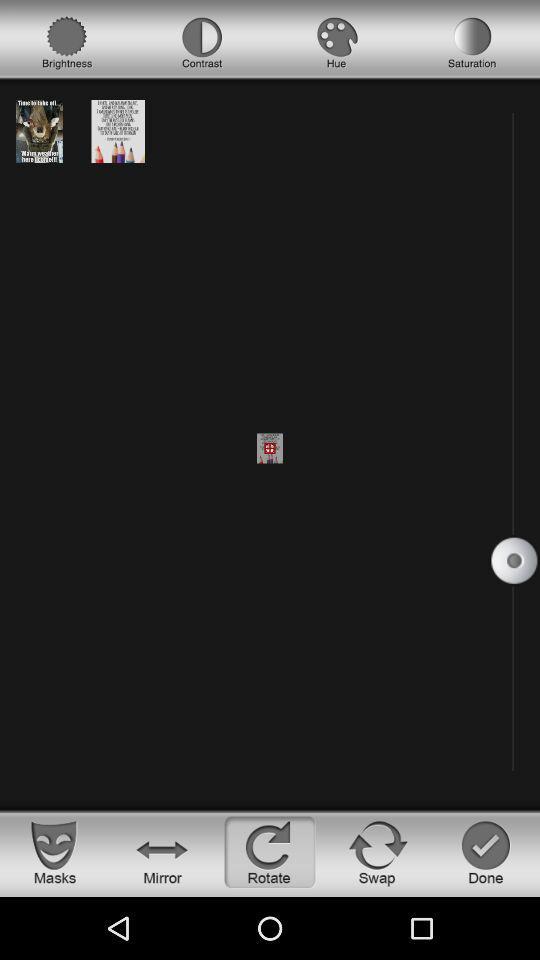 The height and width of the screenshot is (960, 540). Describe the element at coordinates (485, 851) in the screenshot. I see `done` at that location.